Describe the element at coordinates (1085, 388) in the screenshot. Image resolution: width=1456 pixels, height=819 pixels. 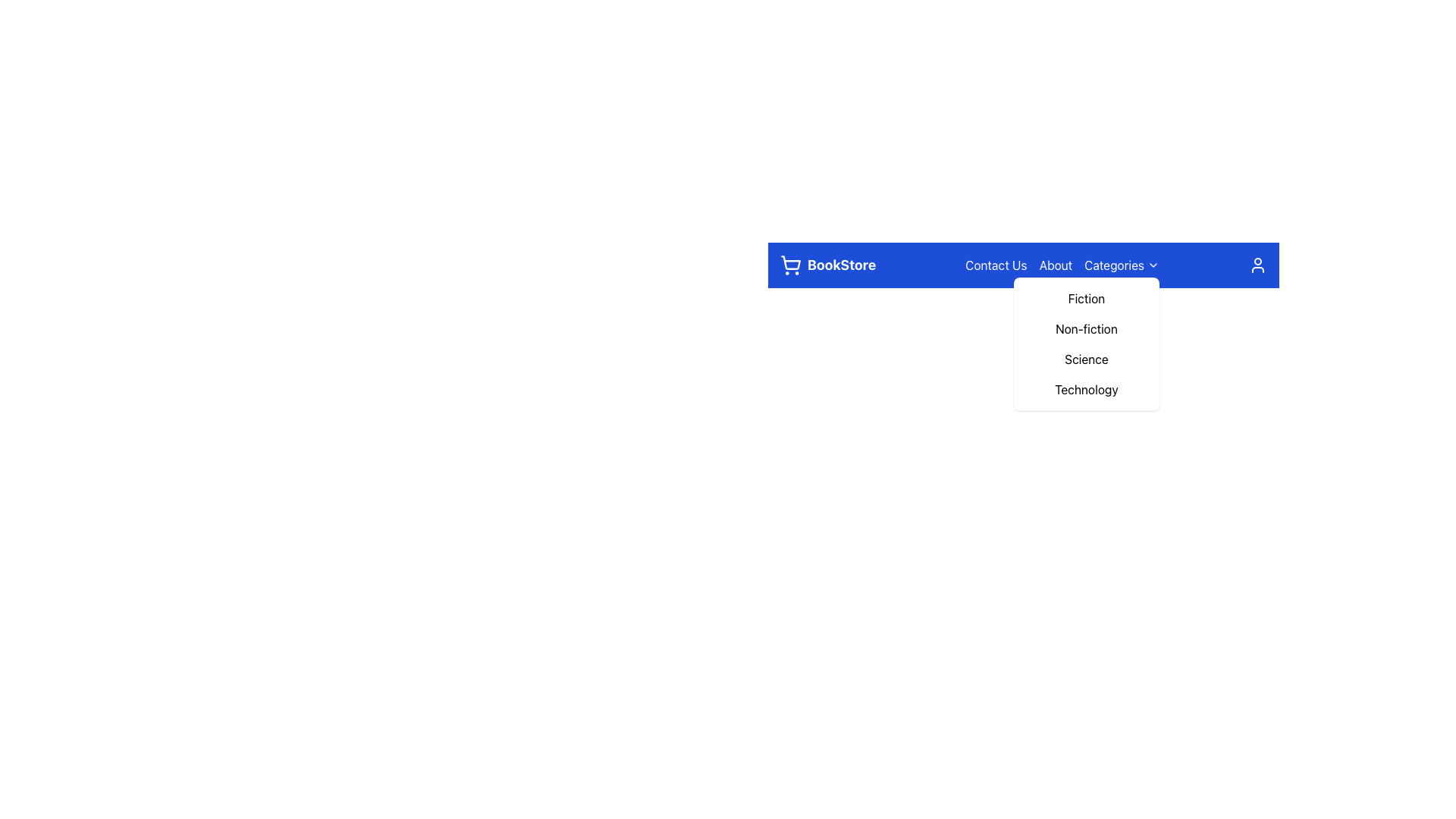
I see `the 'Technology' text label located in the dropdown menu under the 'Categories' header` at that location.